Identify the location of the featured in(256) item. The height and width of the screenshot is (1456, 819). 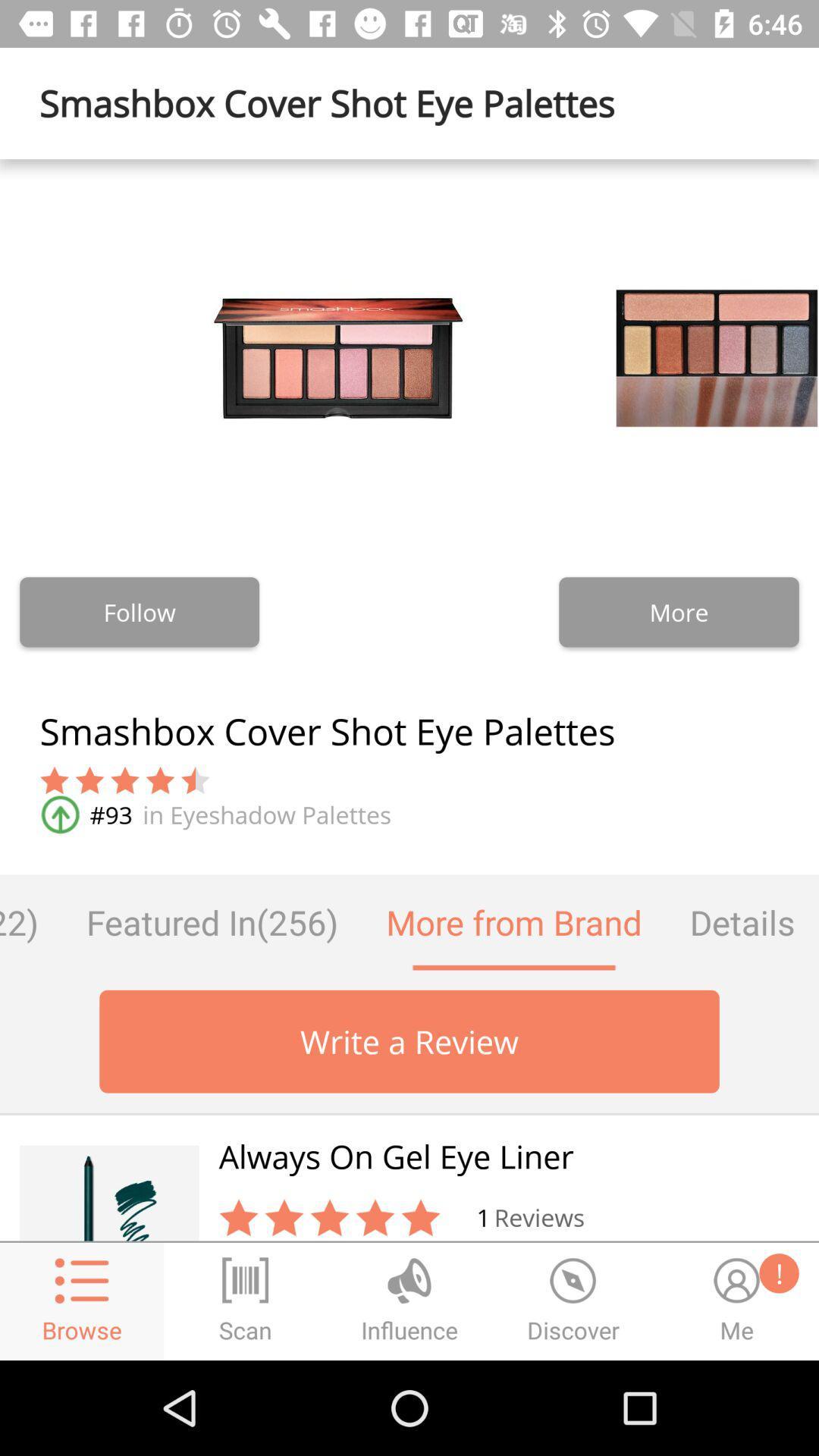
(212, 921).